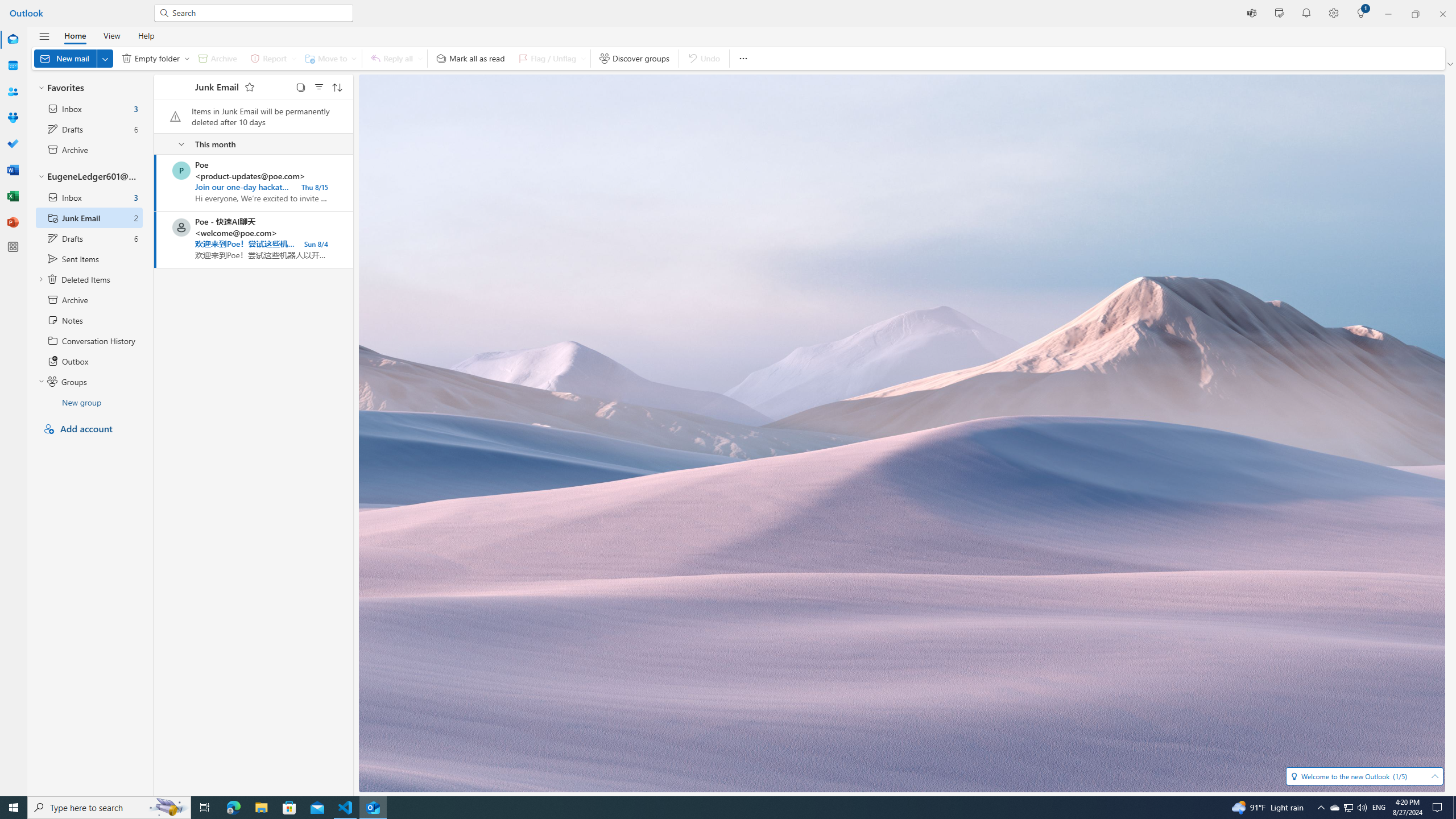 This screenshot has width=1456, height=819. I want to click on 'Undo', so click(703, 58).